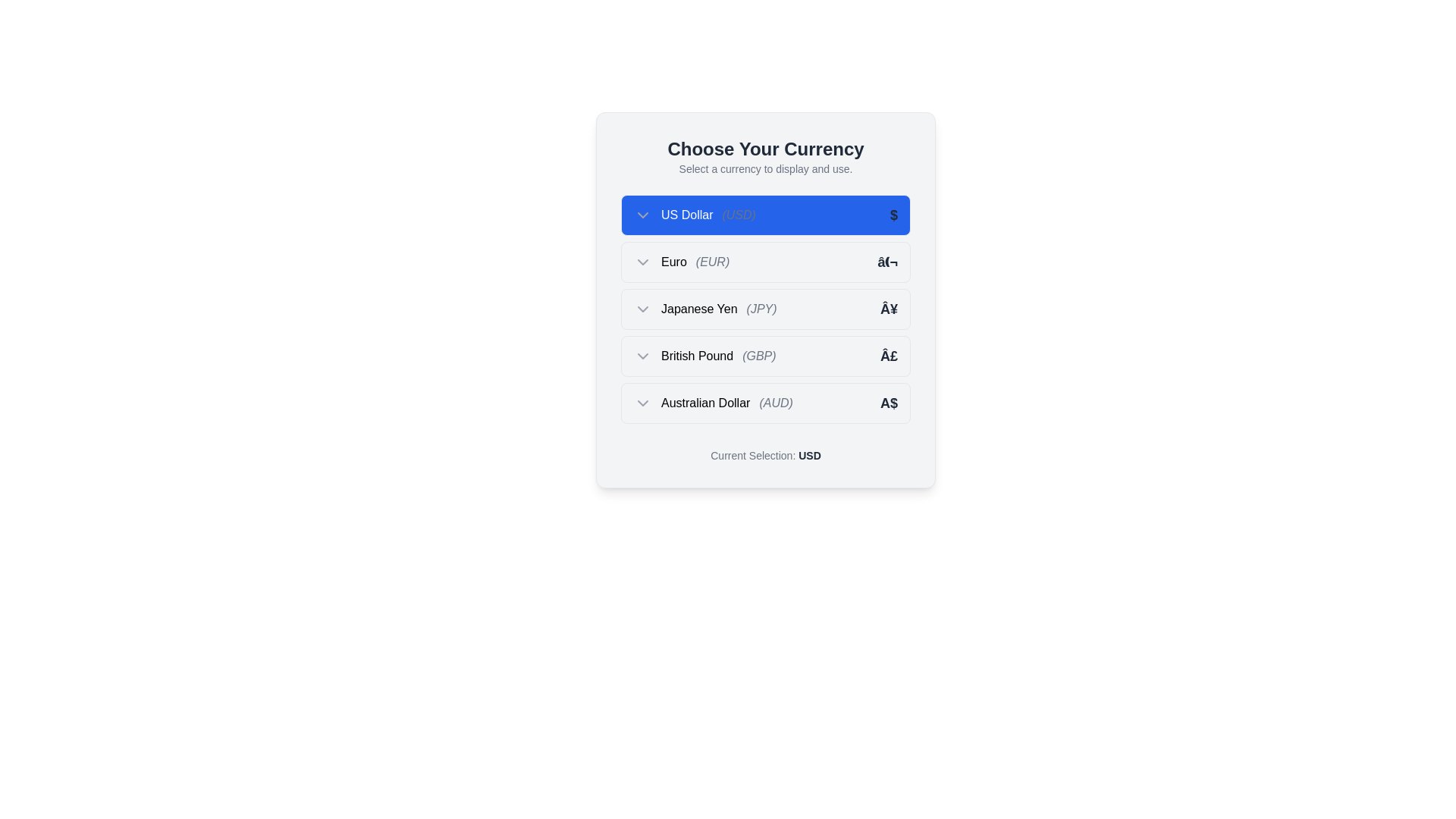  I want to click on the List item displaying 'Australian Dollar (AUD)', so click(765, 403).